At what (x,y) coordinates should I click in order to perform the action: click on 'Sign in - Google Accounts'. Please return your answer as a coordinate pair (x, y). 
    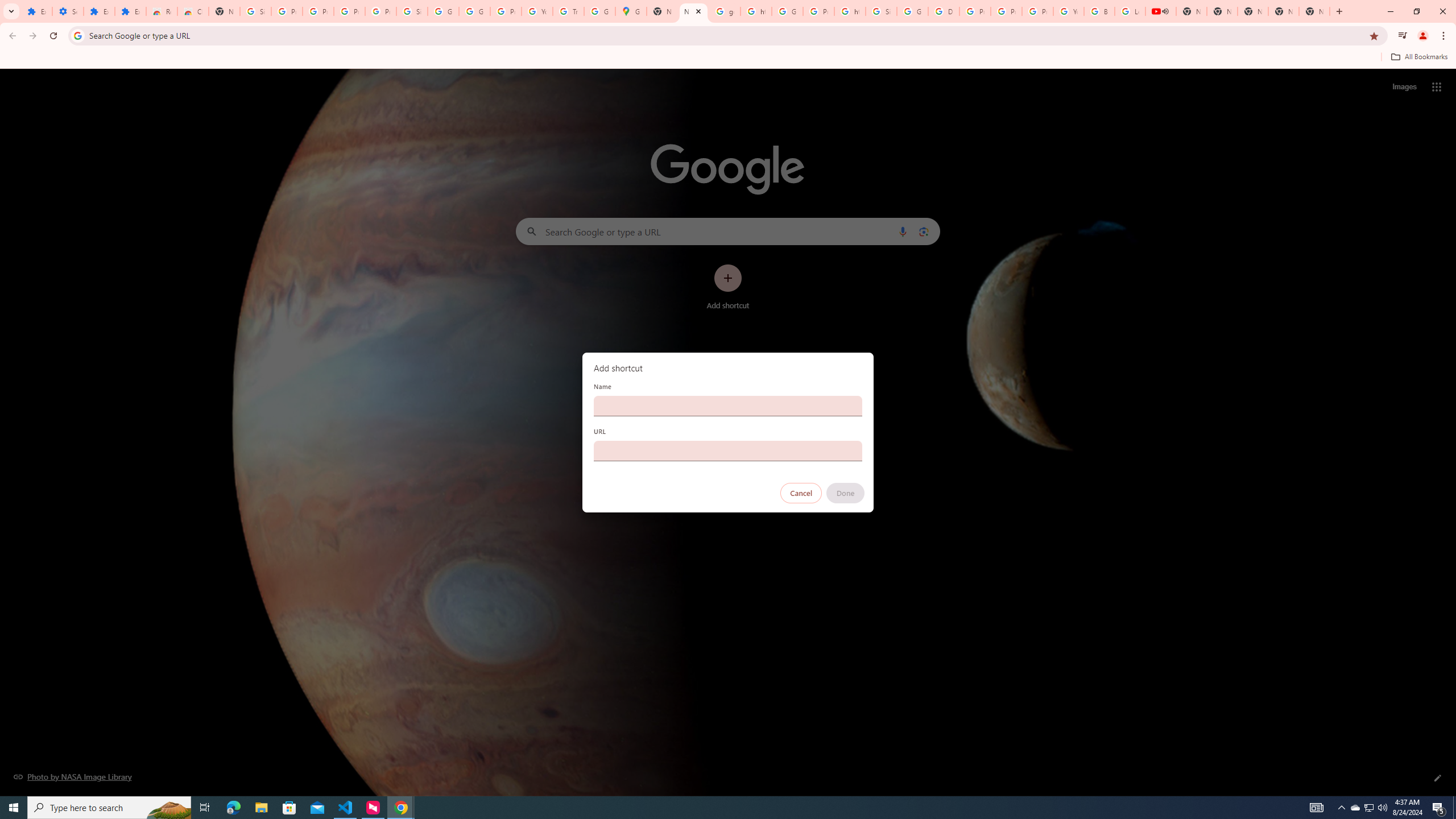
    Looking at the image, I should click on (255, 11).